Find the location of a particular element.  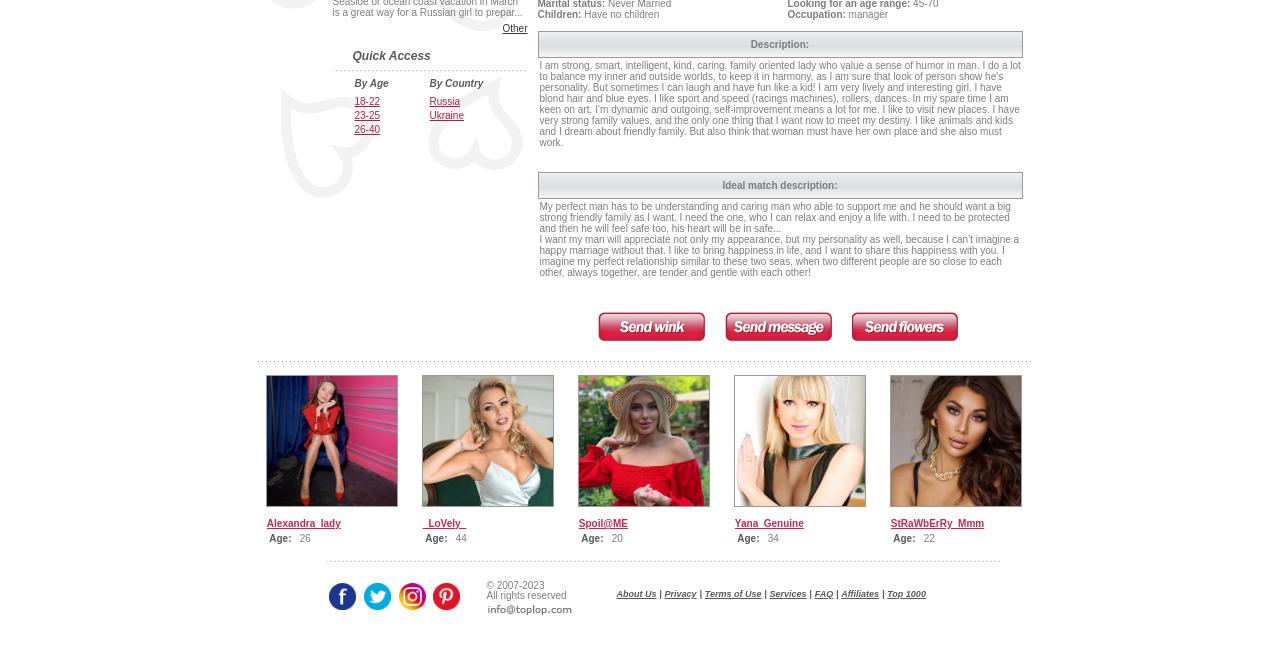

'Spoil@ME' is located at coordinates (602, 523).